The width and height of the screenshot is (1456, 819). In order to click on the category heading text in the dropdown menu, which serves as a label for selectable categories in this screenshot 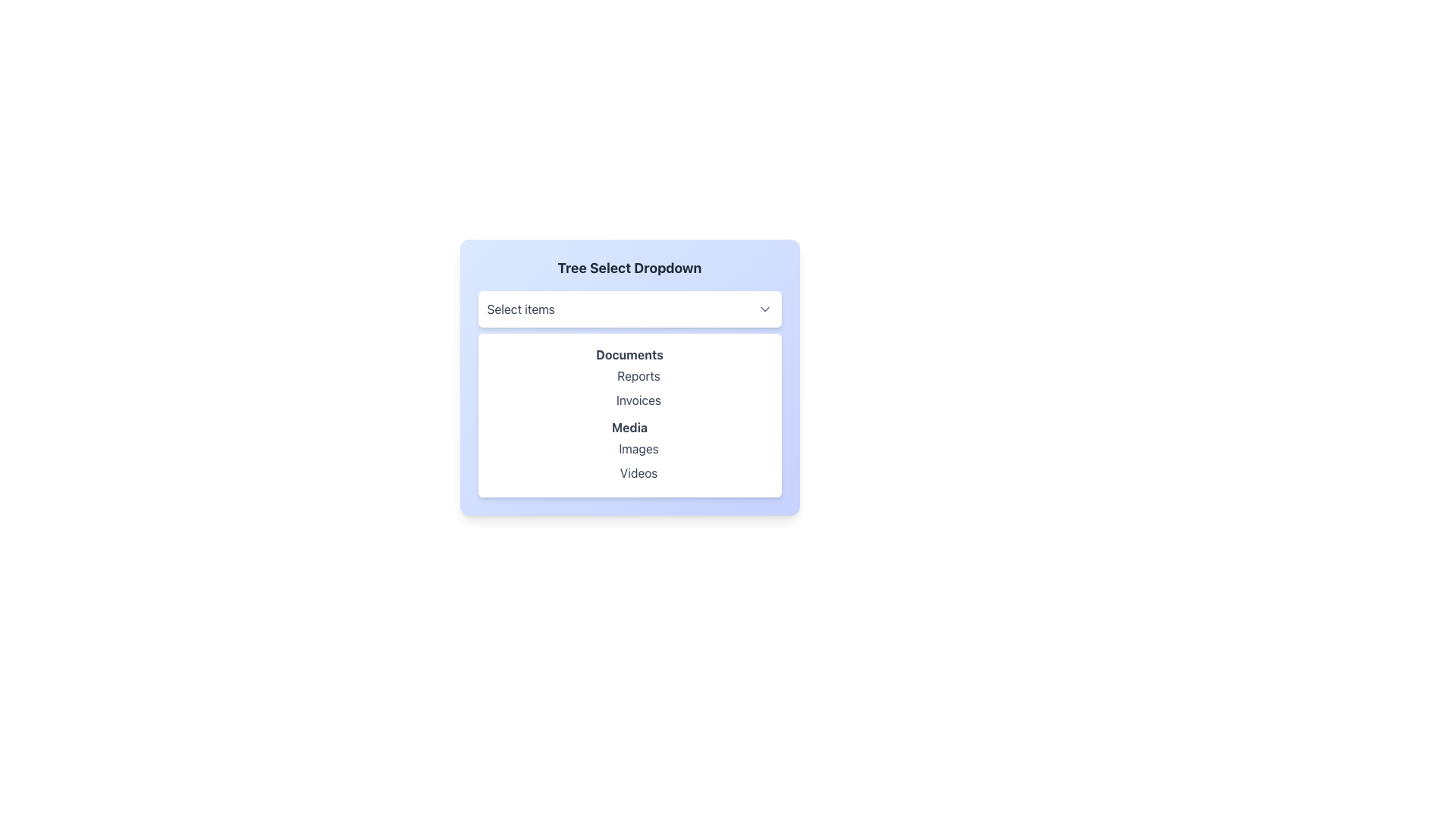, I will do `click(629, 427)`.